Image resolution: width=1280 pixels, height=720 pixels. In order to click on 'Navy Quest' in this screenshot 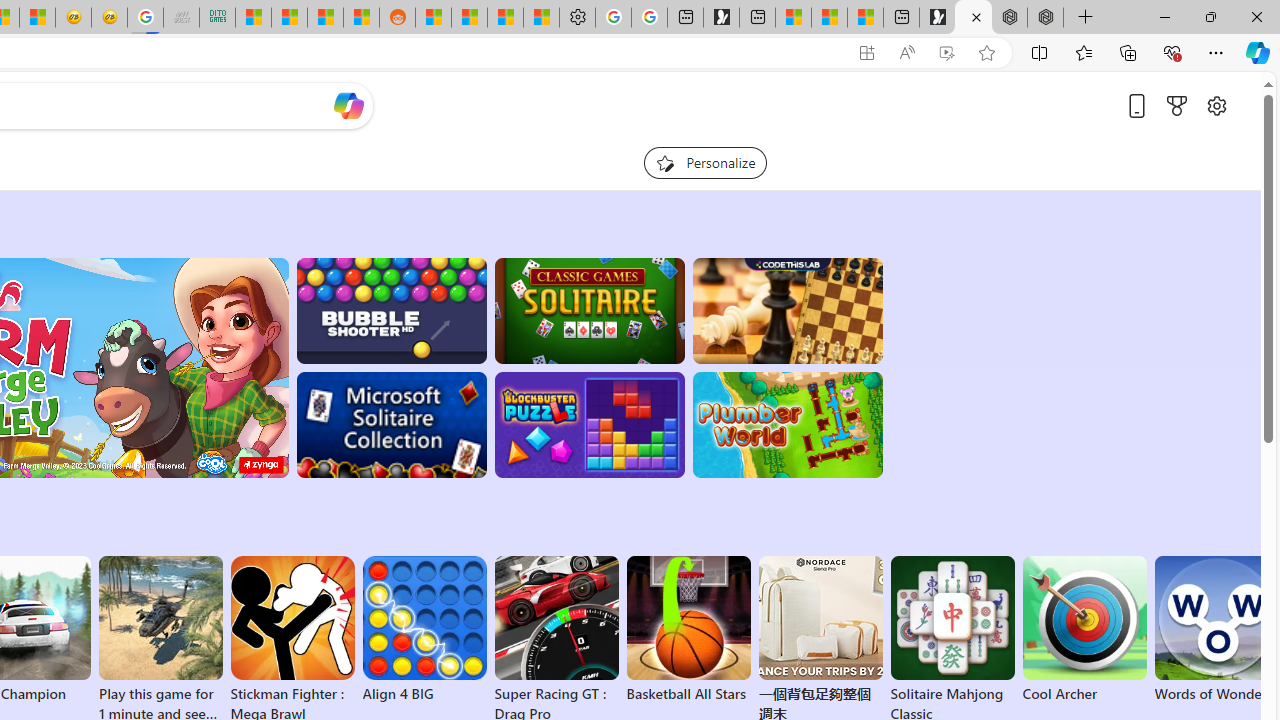, I will do `click(181, 17)`.